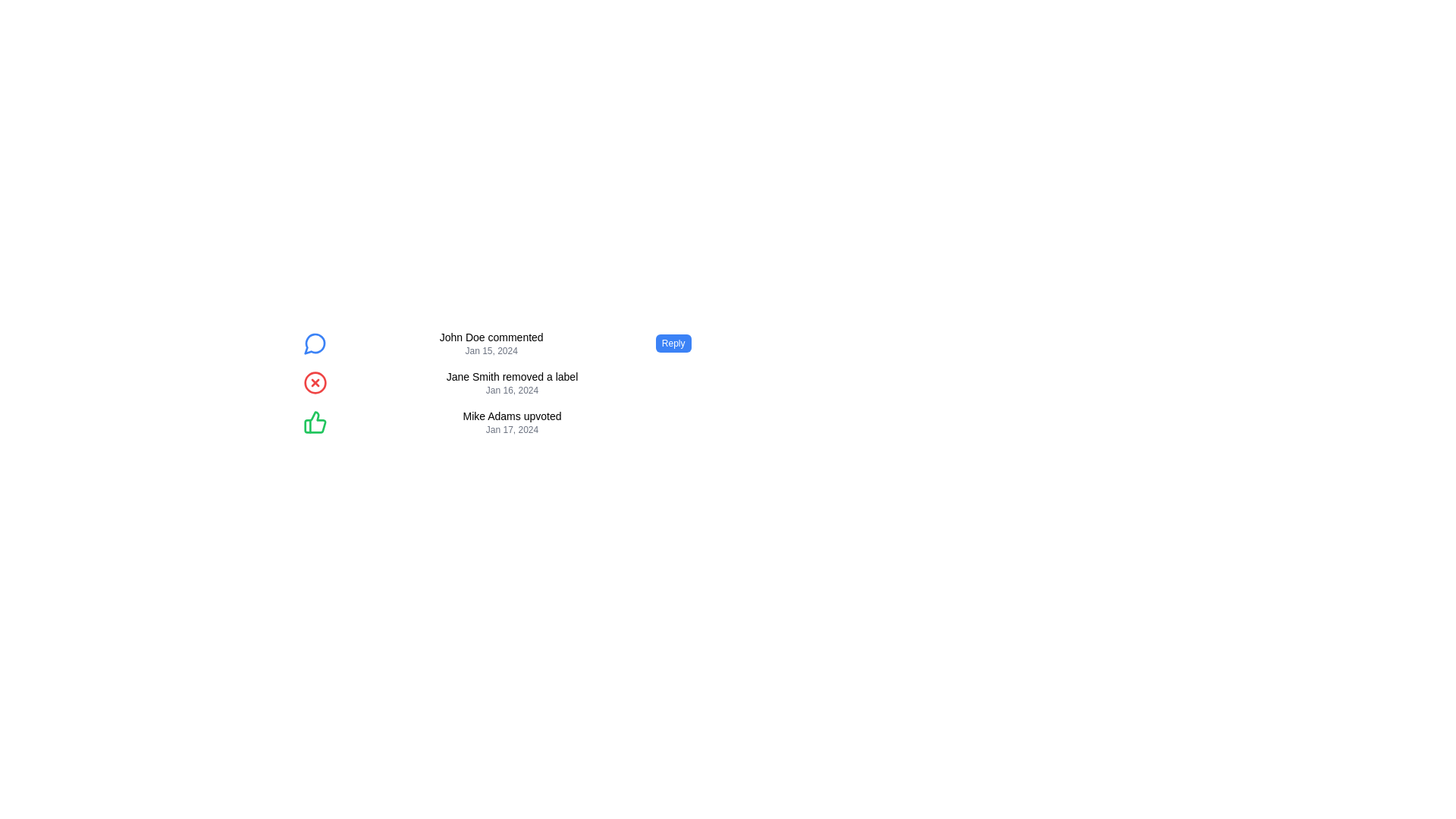 The height and width of the screenshot is (819, 1456). What do you see at coordinates (497, 382) in the screenshot?
I see `the informational Text component indicating the removal of a label by 'Jane Smith', positioned between 'John Doe commented Jan 15, 2024' and 'Mike Adams upvoted Jan 17, 2024'` at bounding box center [497, 382].